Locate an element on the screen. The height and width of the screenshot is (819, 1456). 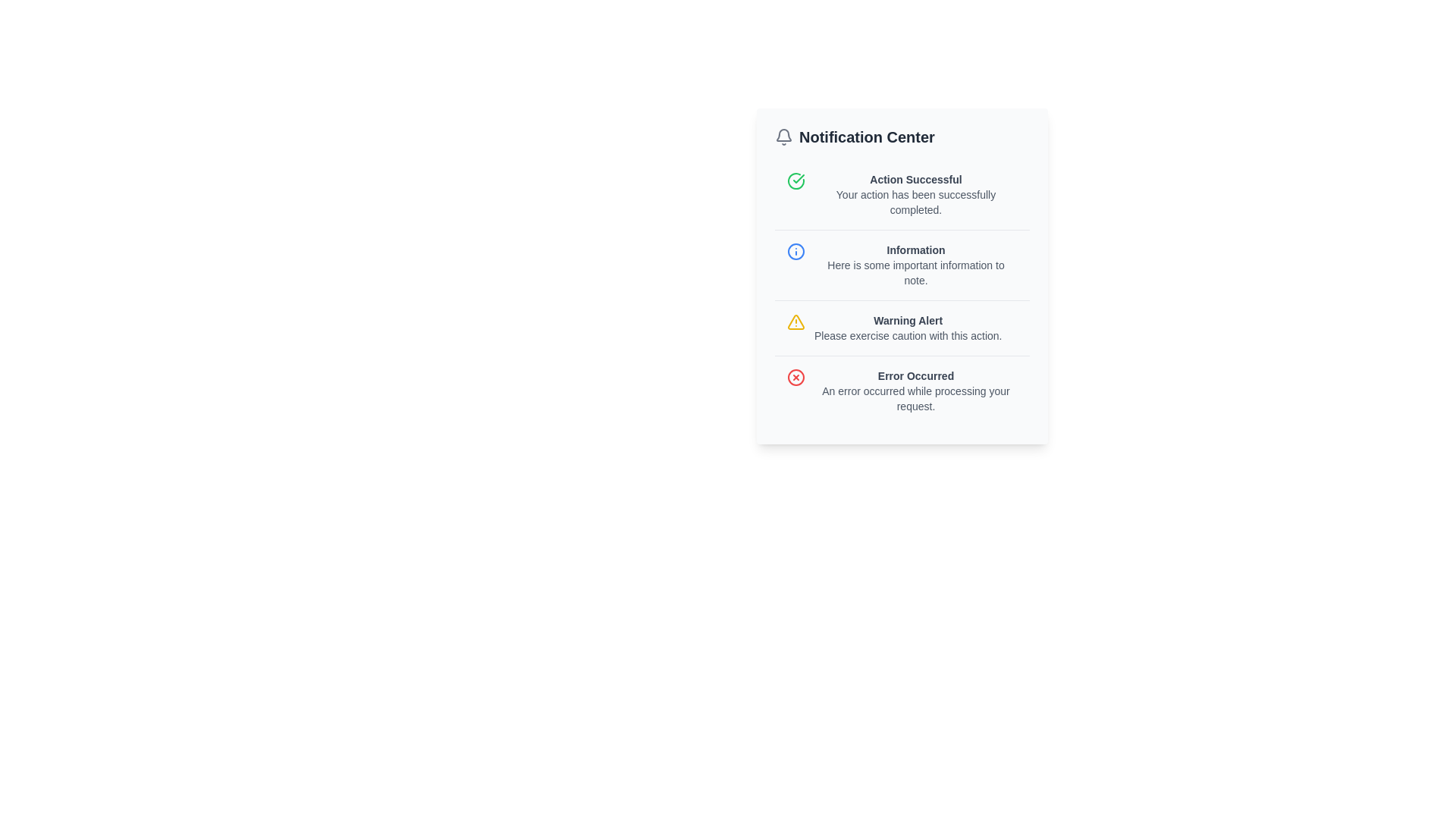
the success icon located at the top left of the 'Action Successful' notification panel, adjacent to the bolded title text is located at coordinates (795, 180).